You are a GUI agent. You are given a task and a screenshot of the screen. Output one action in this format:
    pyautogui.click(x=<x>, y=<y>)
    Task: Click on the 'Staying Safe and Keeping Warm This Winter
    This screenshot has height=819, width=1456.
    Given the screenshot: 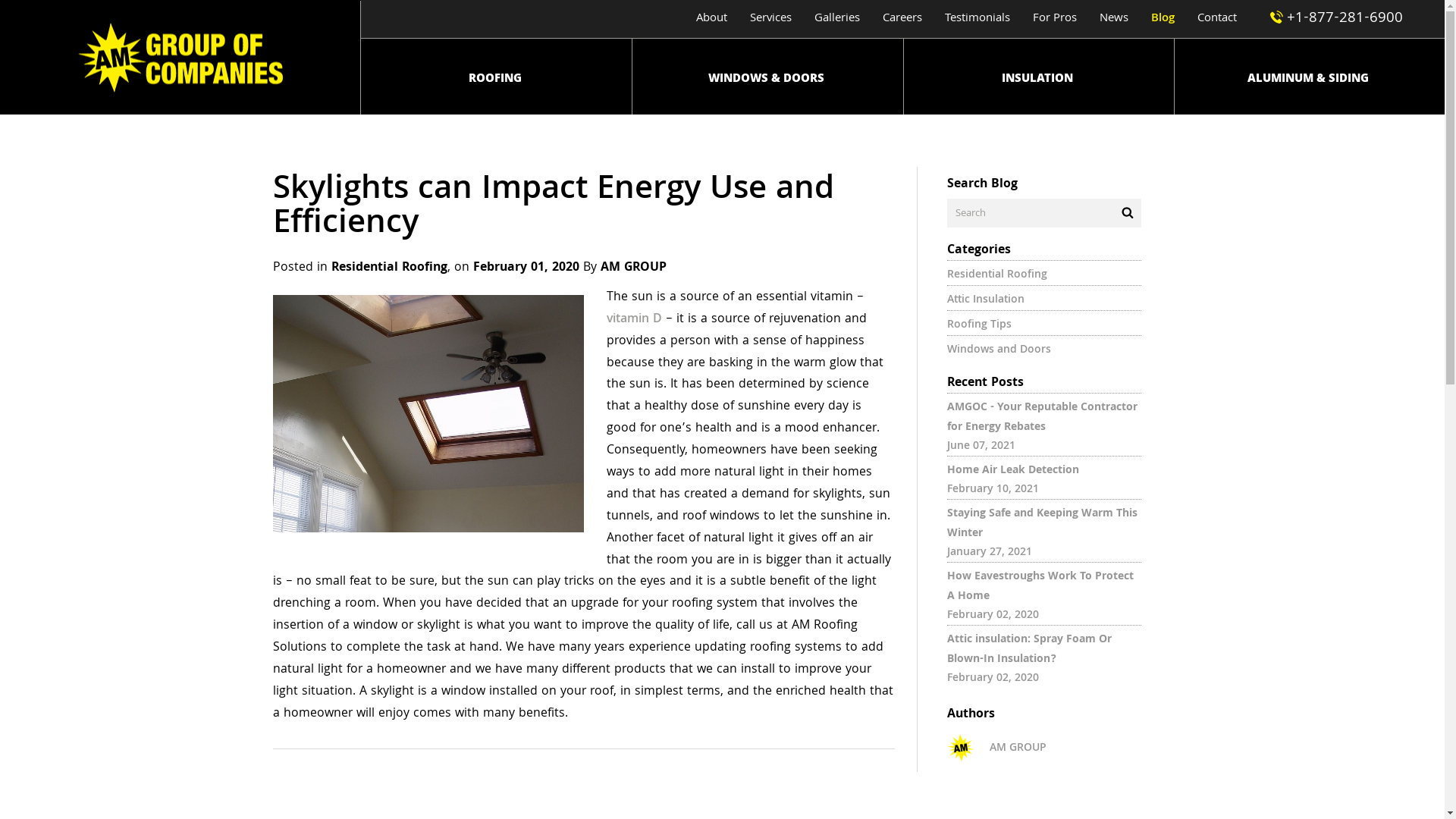 What is the action you would take?
    pyautogui.click(x=1043, y=529)
    